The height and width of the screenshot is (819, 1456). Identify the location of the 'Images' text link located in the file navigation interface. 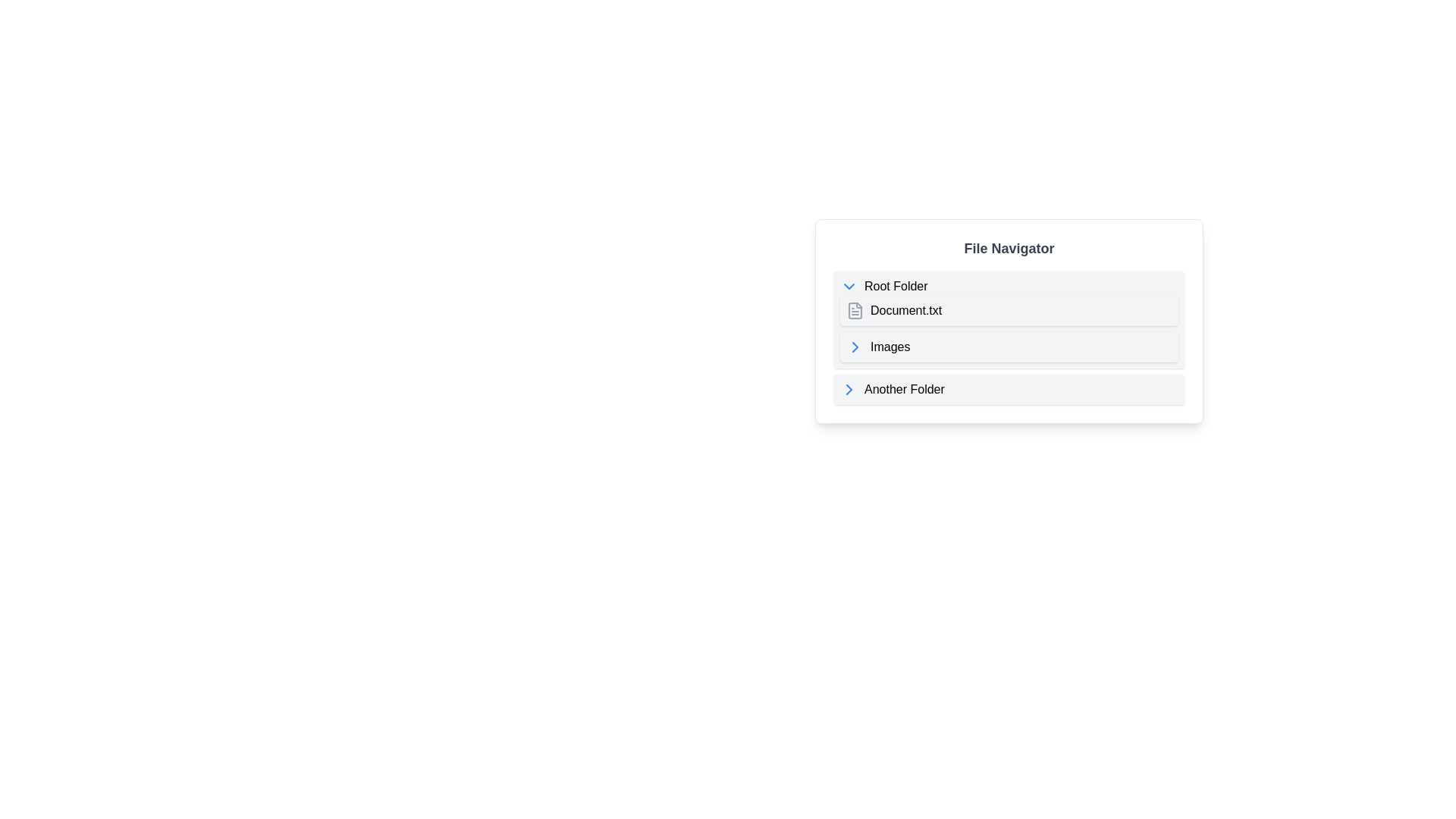
(890, 347).